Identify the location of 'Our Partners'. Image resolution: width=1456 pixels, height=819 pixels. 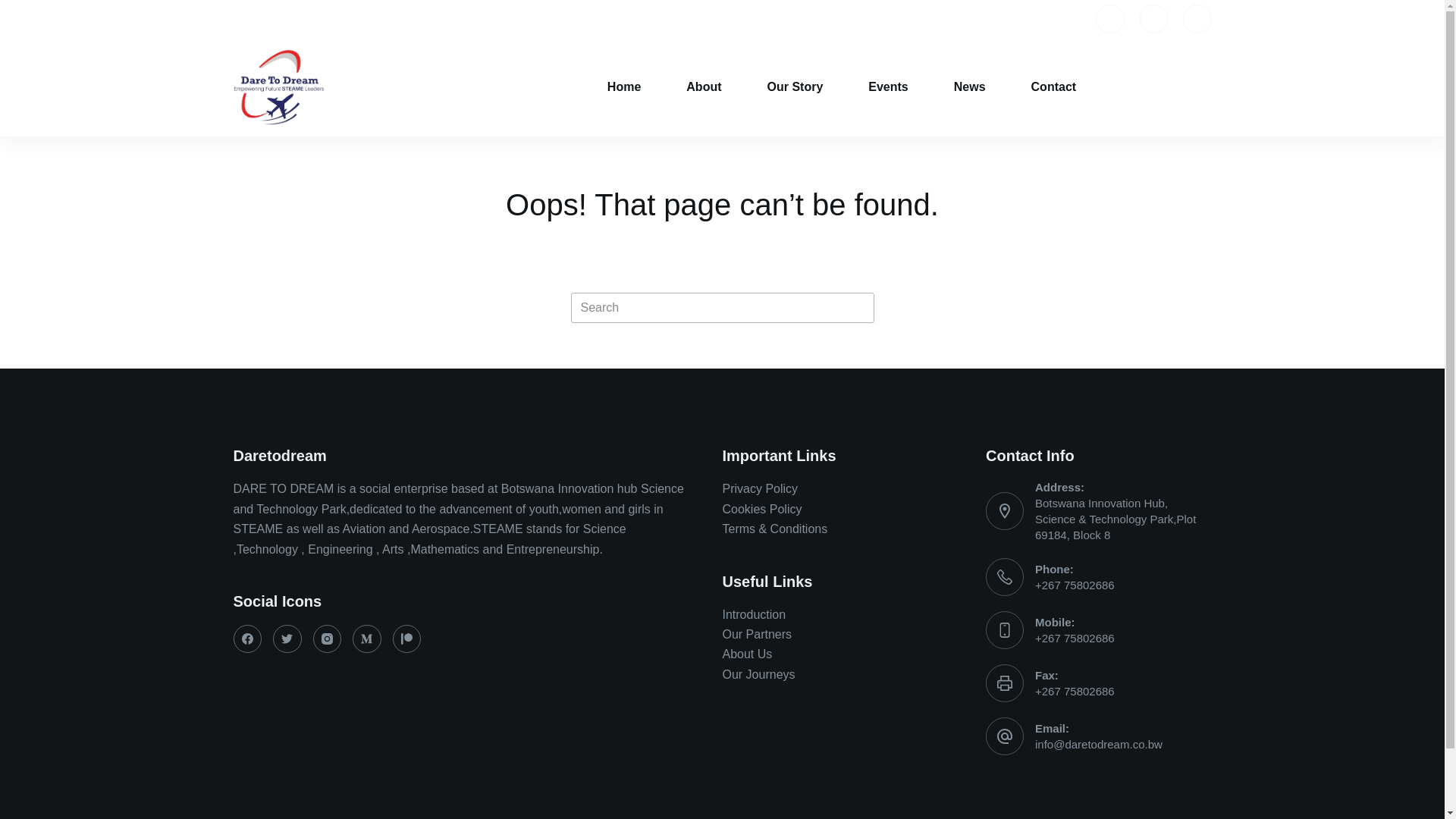
(720, 634).